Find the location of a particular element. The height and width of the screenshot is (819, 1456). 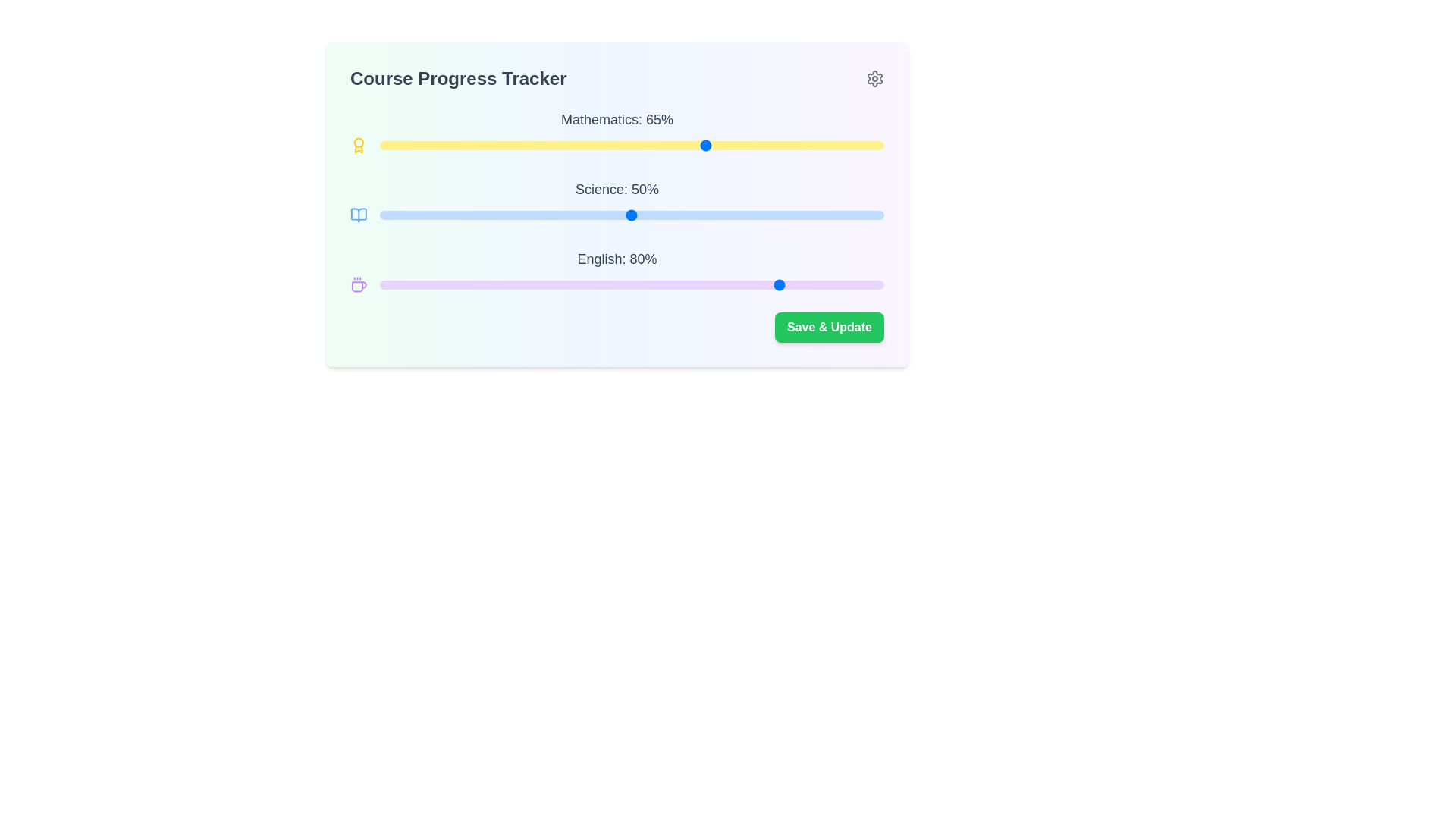

the mathematics progress is located at coordinates (767, 146).